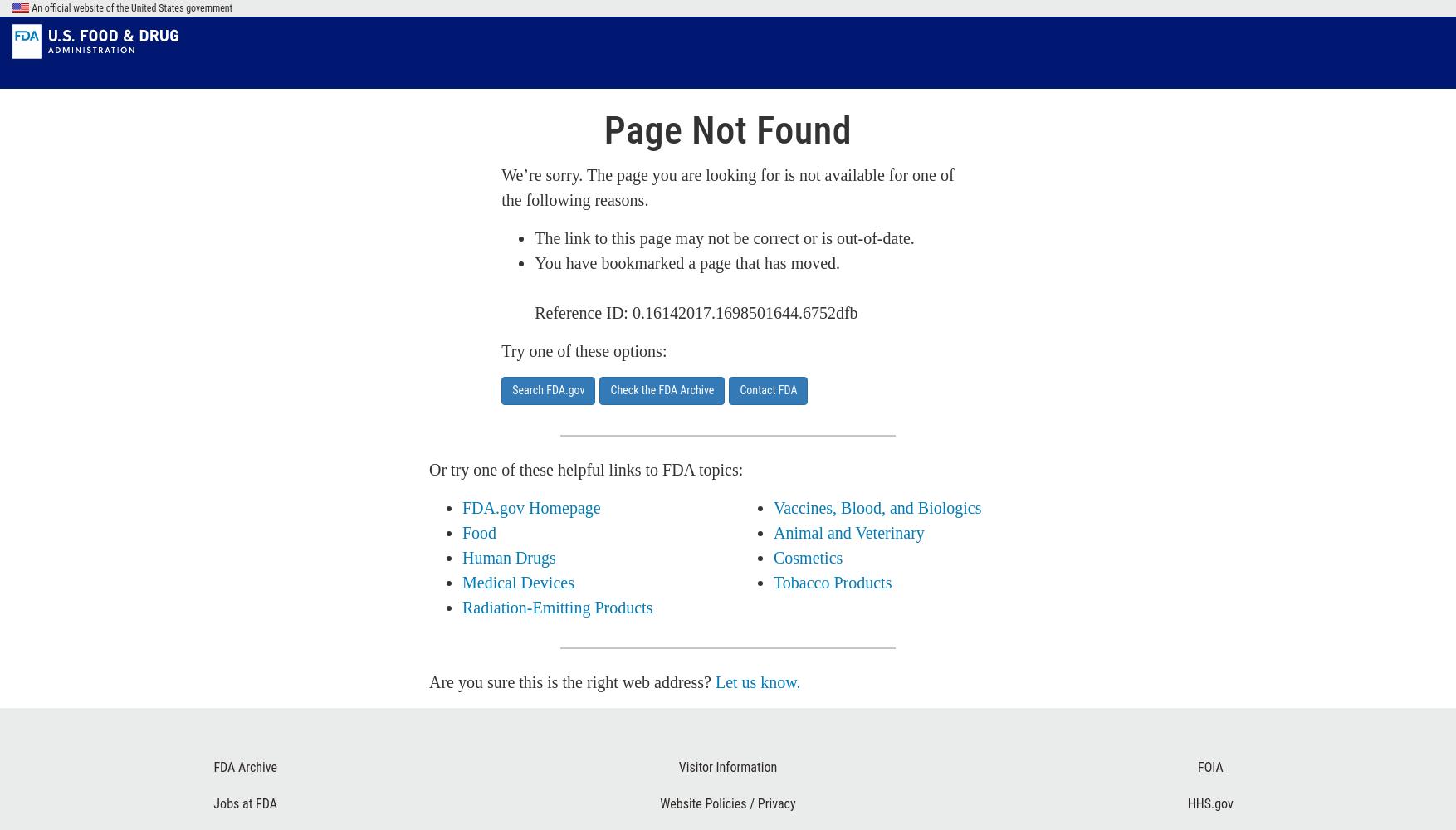 This screenshot has height=830, width=1456. What do you see at coordinates (130, 8) in the screenshot?
I see `'An official website of the United States government'` at bounding box center [130, 8].